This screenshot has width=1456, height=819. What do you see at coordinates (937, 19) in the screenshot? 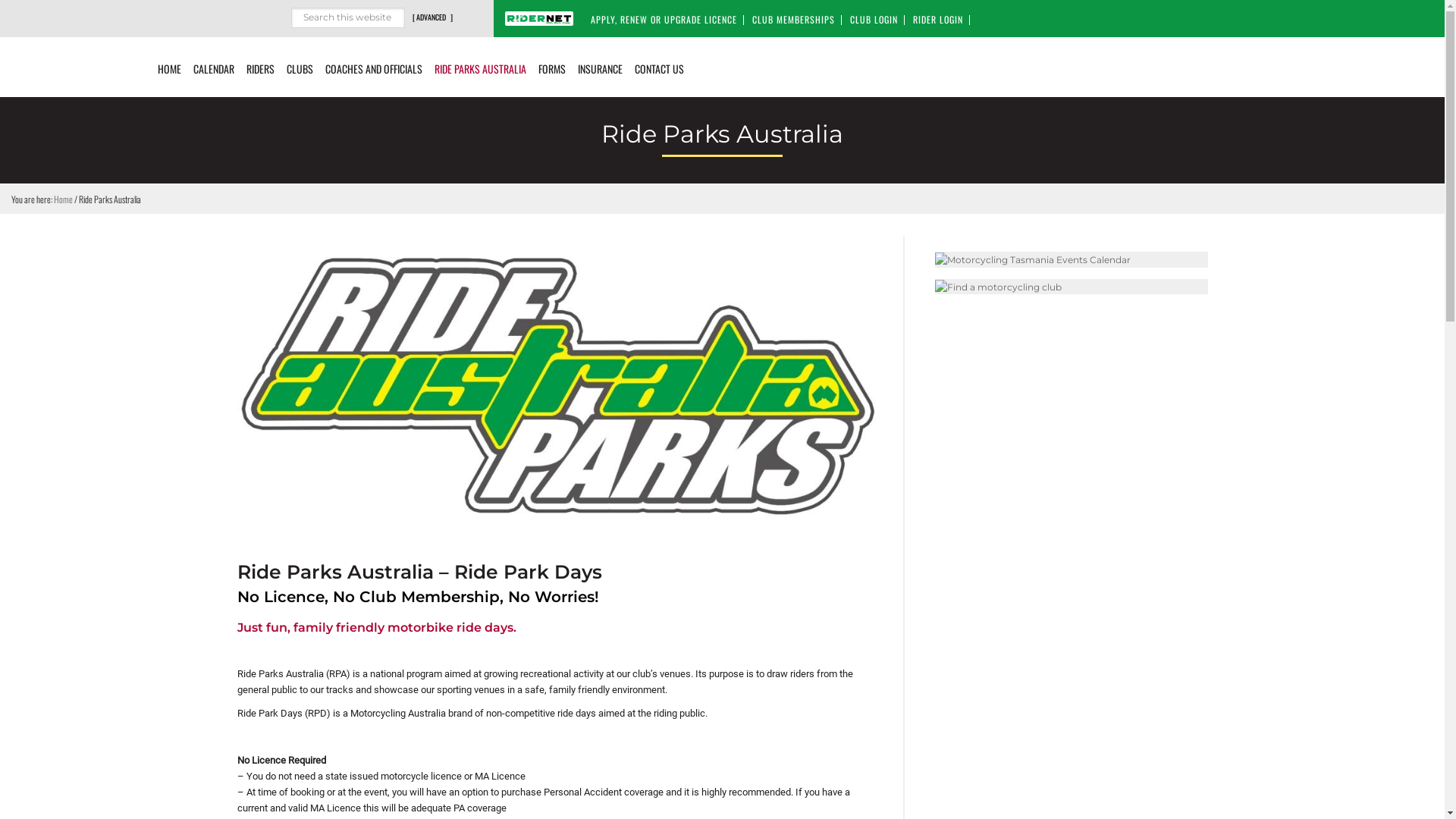
I see `'RIDER LOGIN'` at bounding box center [937, 19].